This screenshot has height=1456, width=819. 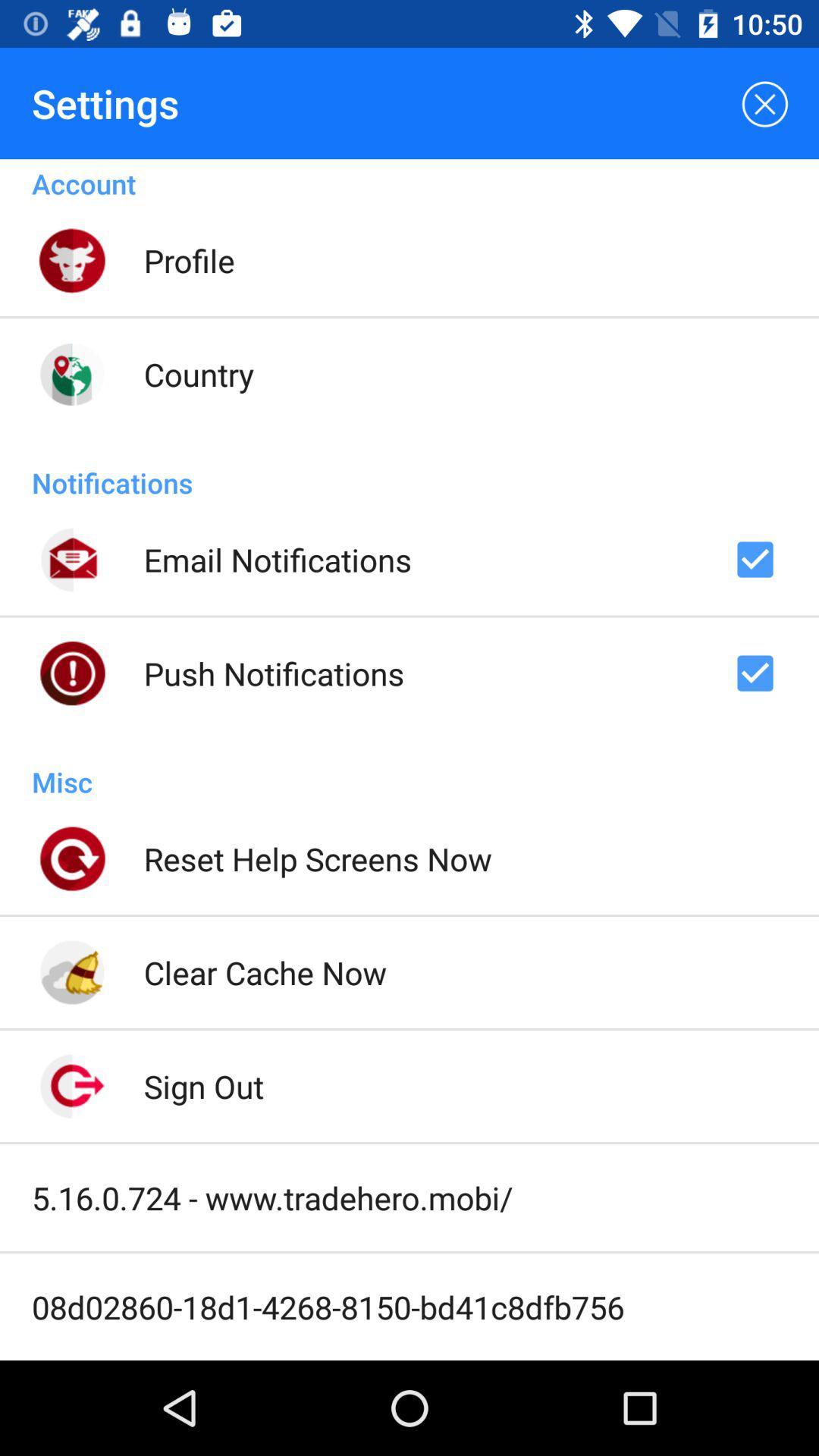 I want to click on the item below the clear cache now item, so click(x=202, y=1085).